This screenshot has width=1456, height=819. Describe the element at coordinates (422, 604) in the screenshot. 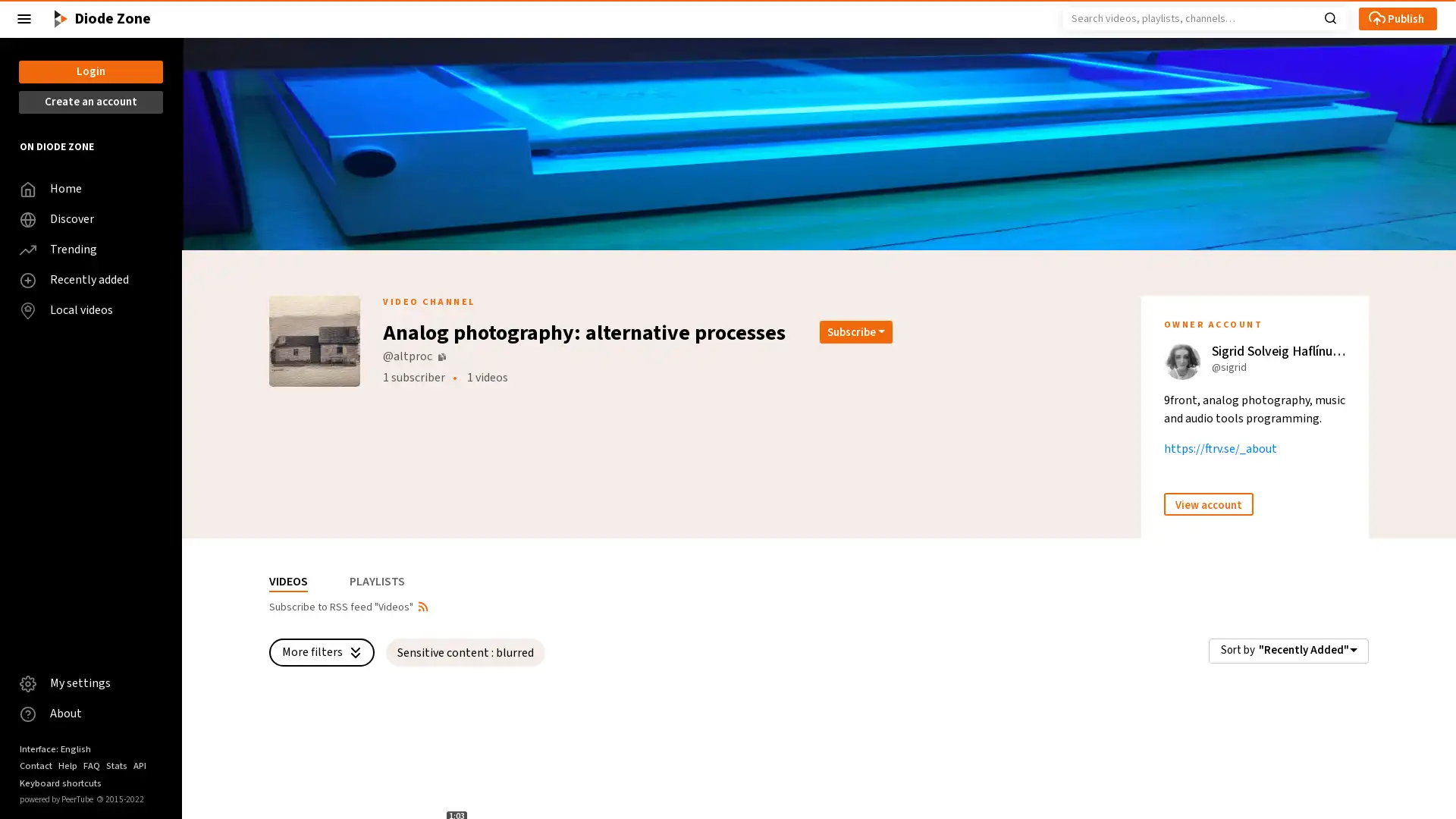

I see `Open syndication dropdown` at that location.